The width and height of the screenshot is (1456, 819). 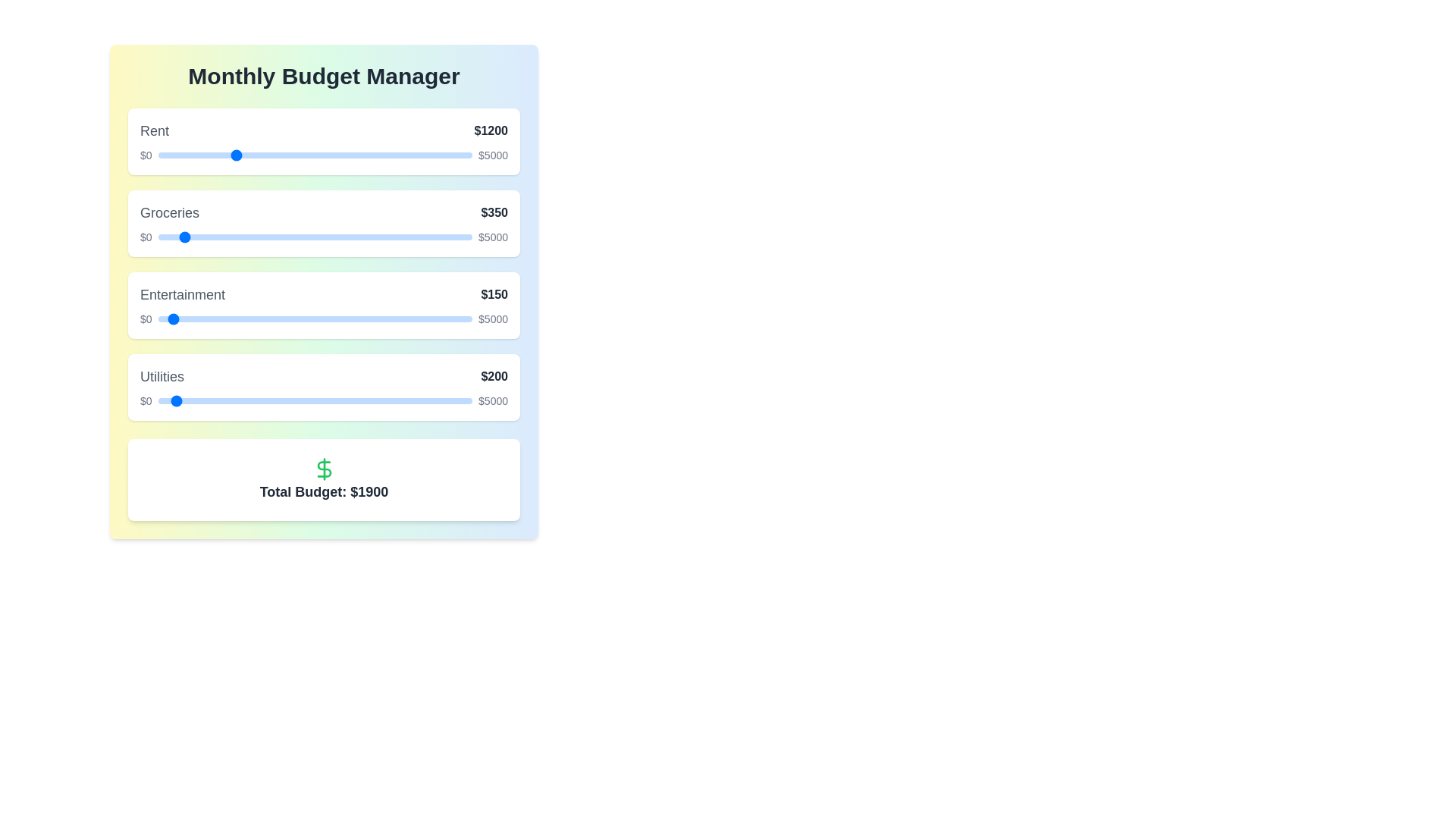 I want to click on groceries budget slider, so click(x=286, y=237).